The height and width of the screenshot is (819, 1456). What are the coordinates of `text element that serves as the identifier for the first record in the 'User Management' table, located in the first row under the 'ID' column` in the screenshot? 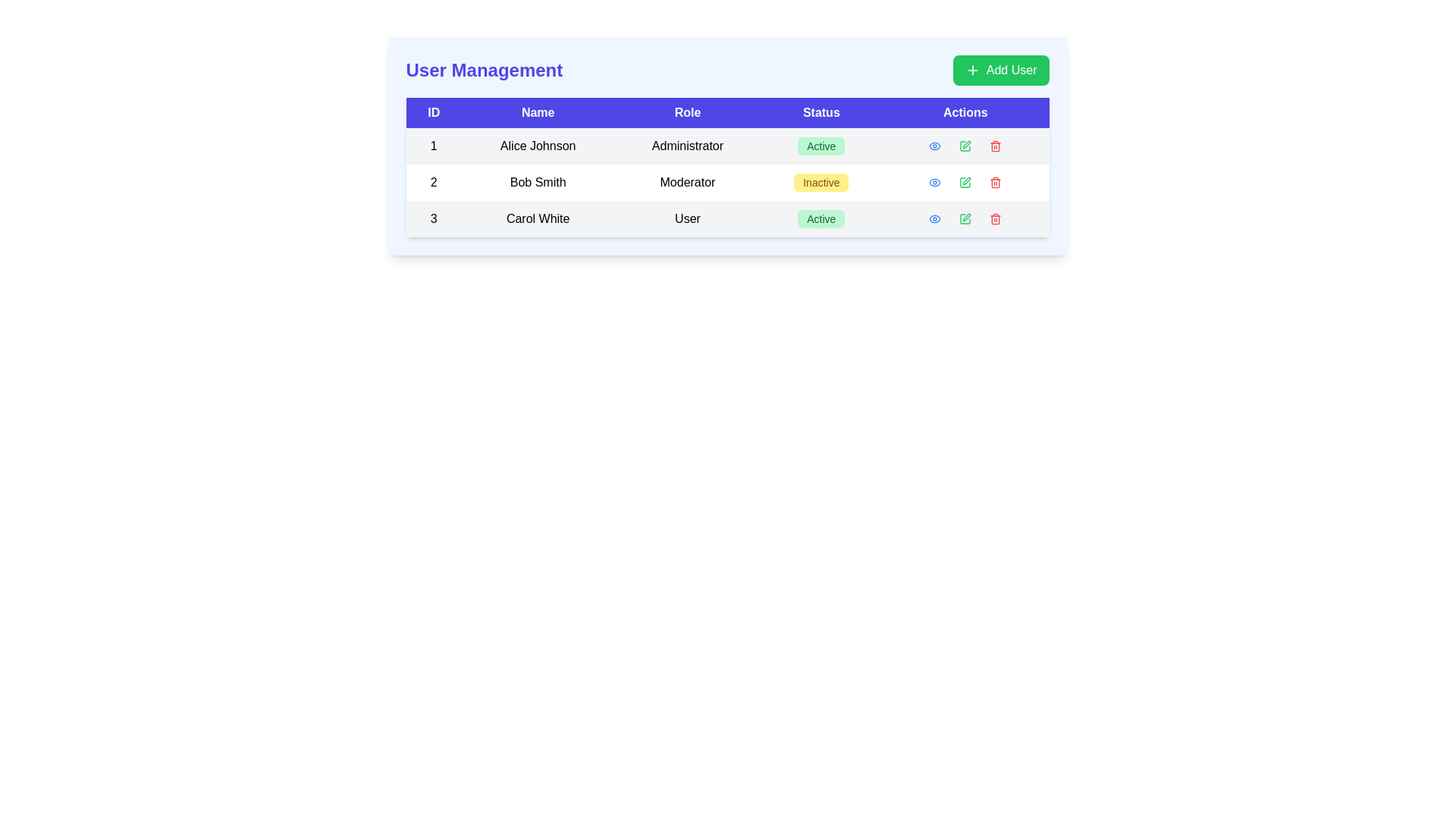 It's located at (433, 146).